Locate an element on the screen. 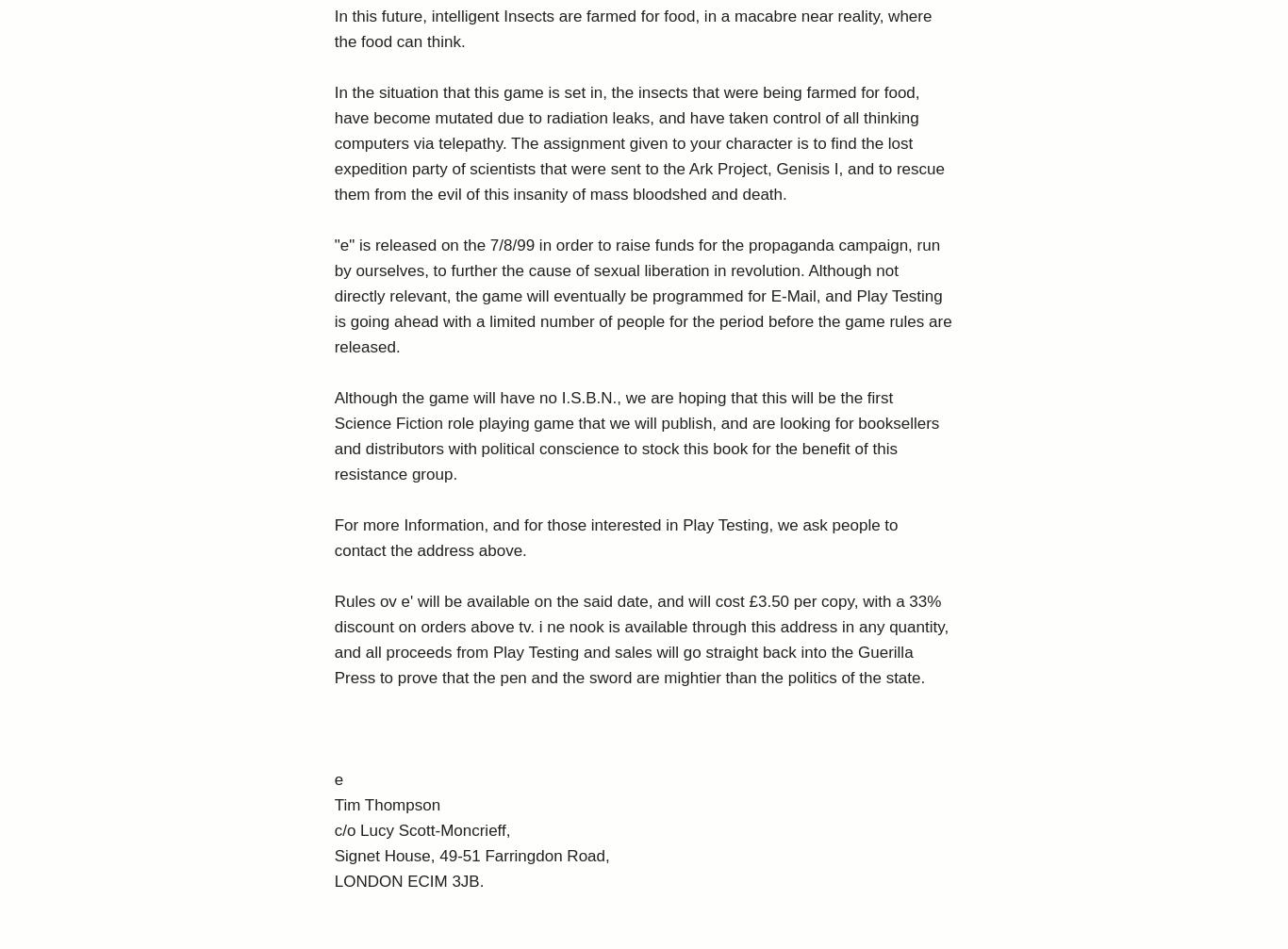  'In the situation that this game is set in, the insects that were
        being farmed for food, have become mutated due to
        radiation leaks, and have taken control of all thinking
        computers via telepathy. The assignment given to your
        character is to find the lost expedition party of
        scientists that were sent to the Ark Project,
        Genisis I, and to rescue them from the evil of this insanity of mass bloodshed and death.' is located at coordinates (637, 143).